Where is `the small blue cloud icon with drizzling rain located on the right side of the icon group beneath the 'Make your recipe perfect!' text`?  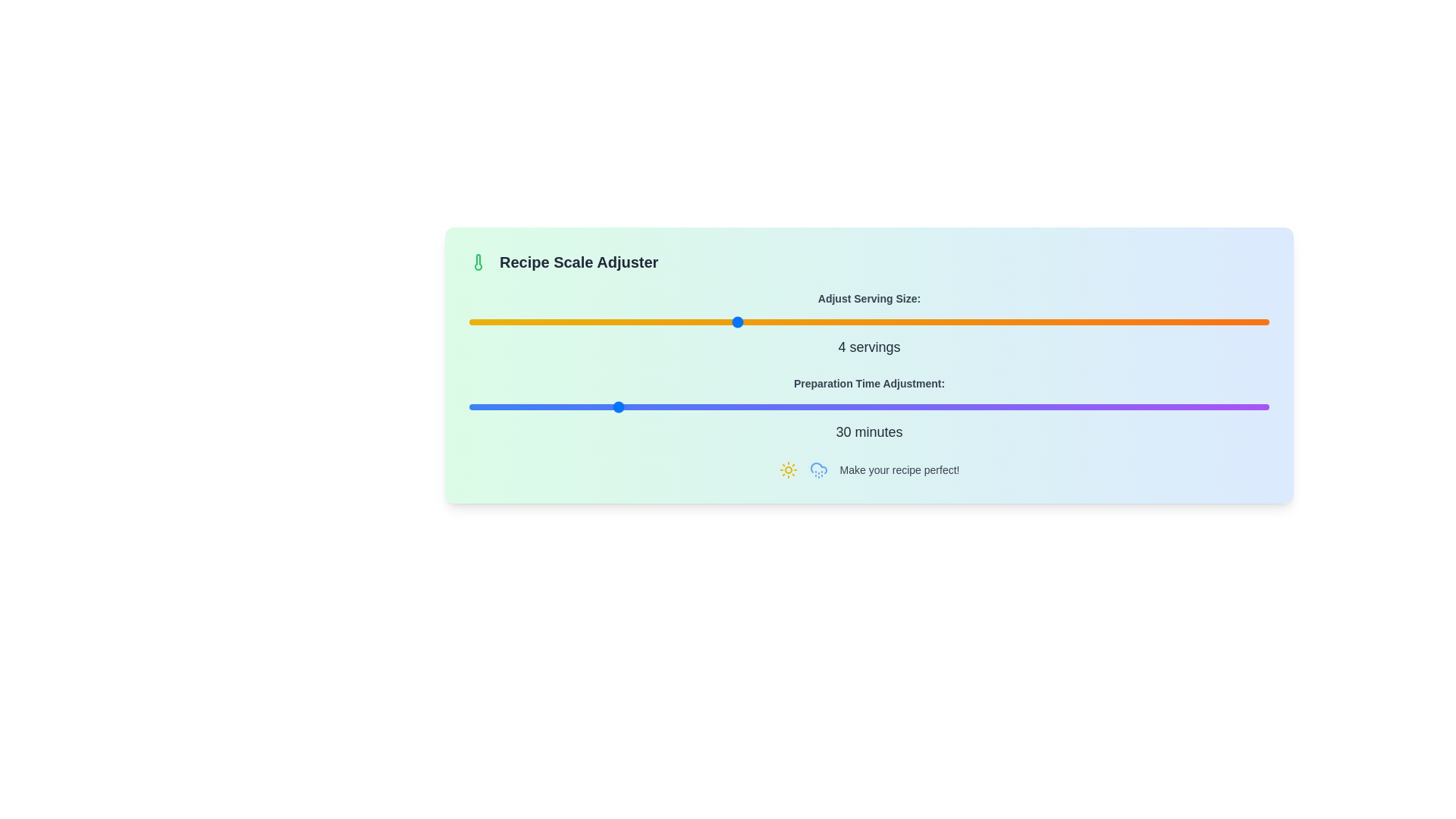
the small blue cloud icon with drizzling rain located on the right side of the icon group beneath the 'Make your recipe perfect!' text is located at coordinates (817, 469).